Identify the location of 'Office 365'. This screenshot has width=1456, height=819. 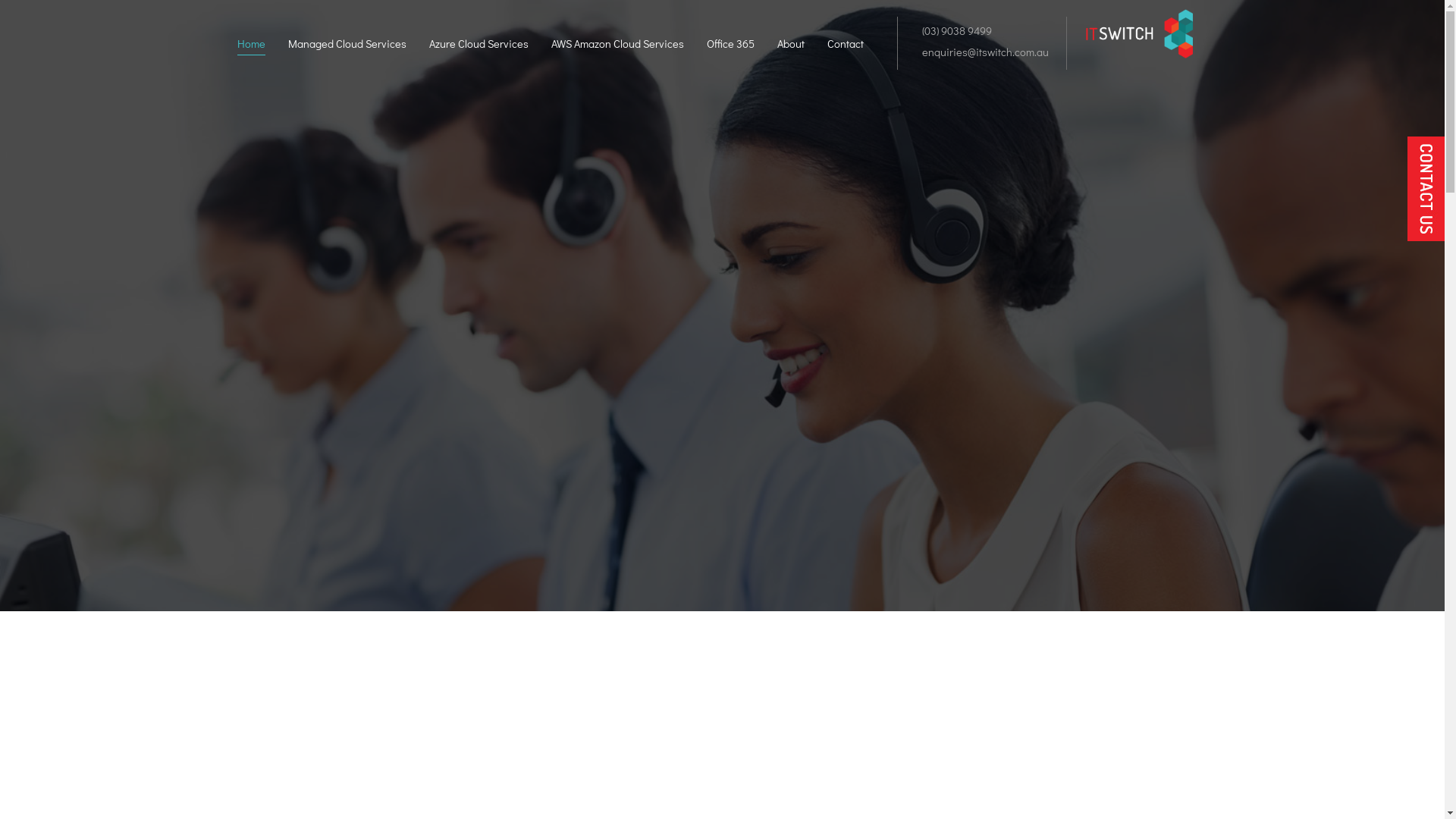
(730, 45).